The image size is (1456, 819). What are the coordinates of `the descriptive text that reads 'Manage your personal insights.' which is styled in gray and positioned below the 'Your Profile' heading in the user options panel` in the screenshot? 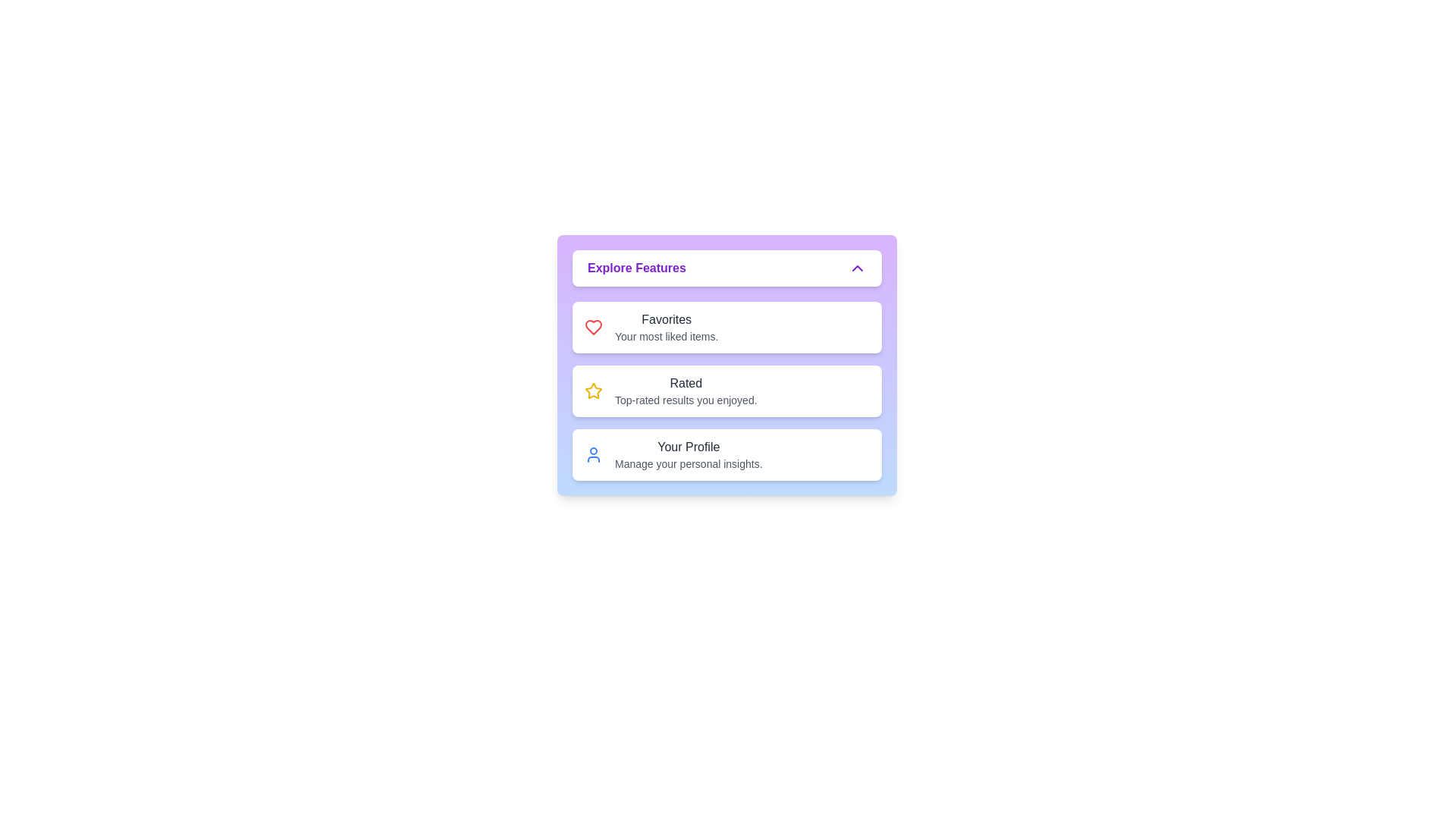 It's located at (688, 463).